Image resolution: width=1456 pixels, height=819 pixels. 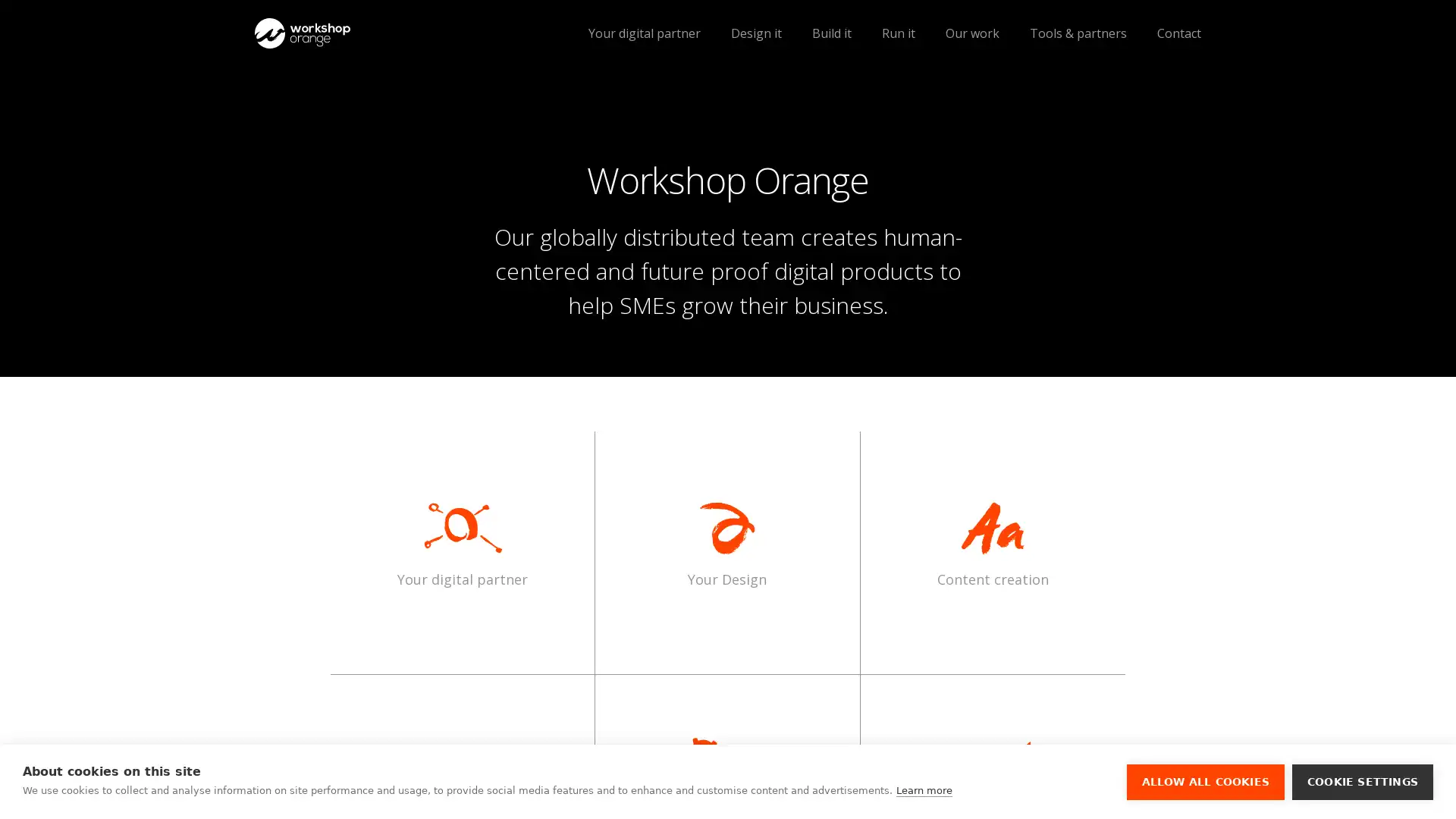 I want to click on Design it, so click(x=756, y=33).